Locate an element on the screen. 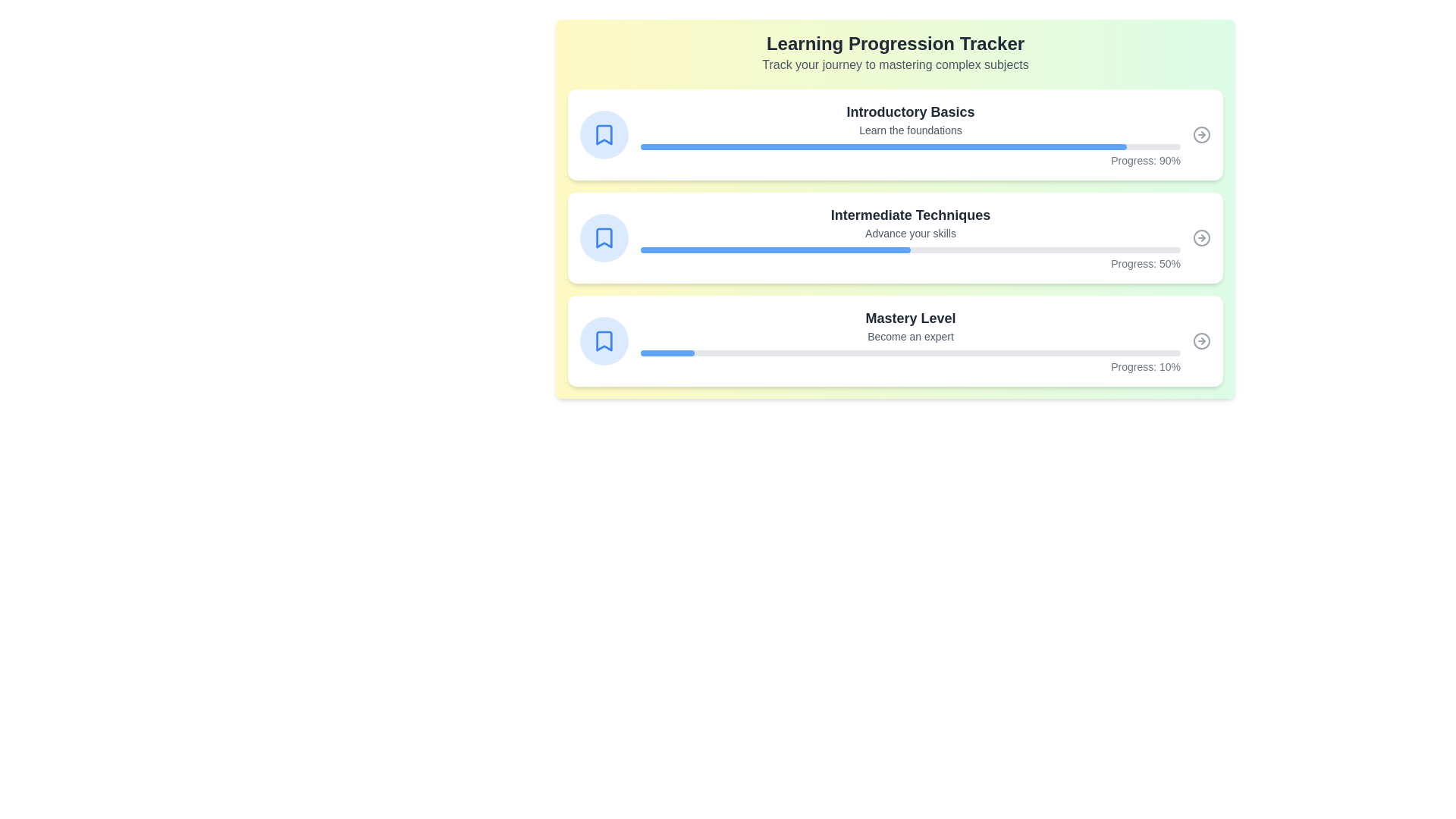  the compact right-pointing arrow enclosed within a circular outline, located in the last row of the tracker card, aligned with the 'Mastery Level' text and progress bar is located at coordinates (1200, 341).